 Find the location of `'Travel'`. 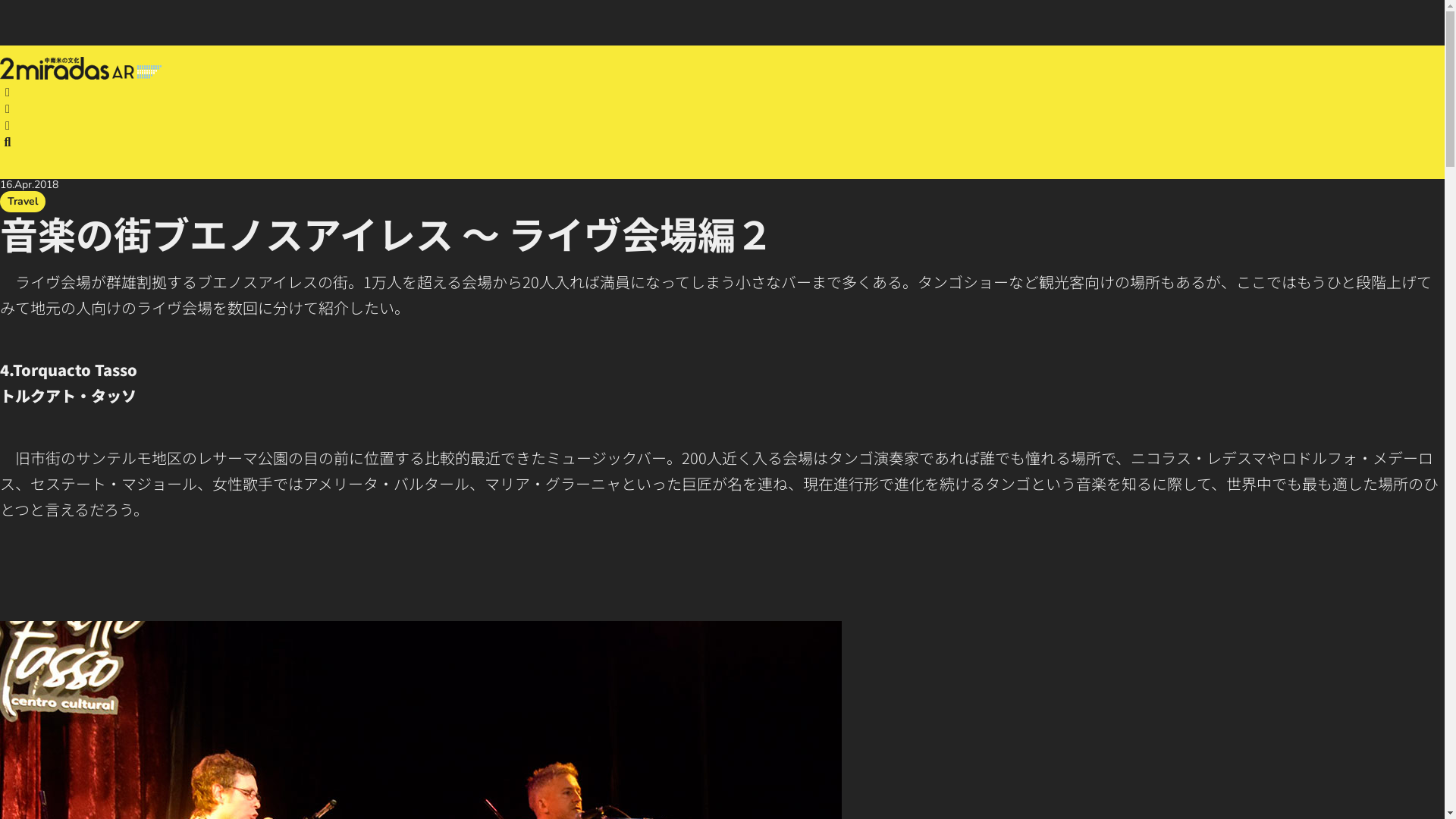

'Travel' is located at coordinates (22, 201).